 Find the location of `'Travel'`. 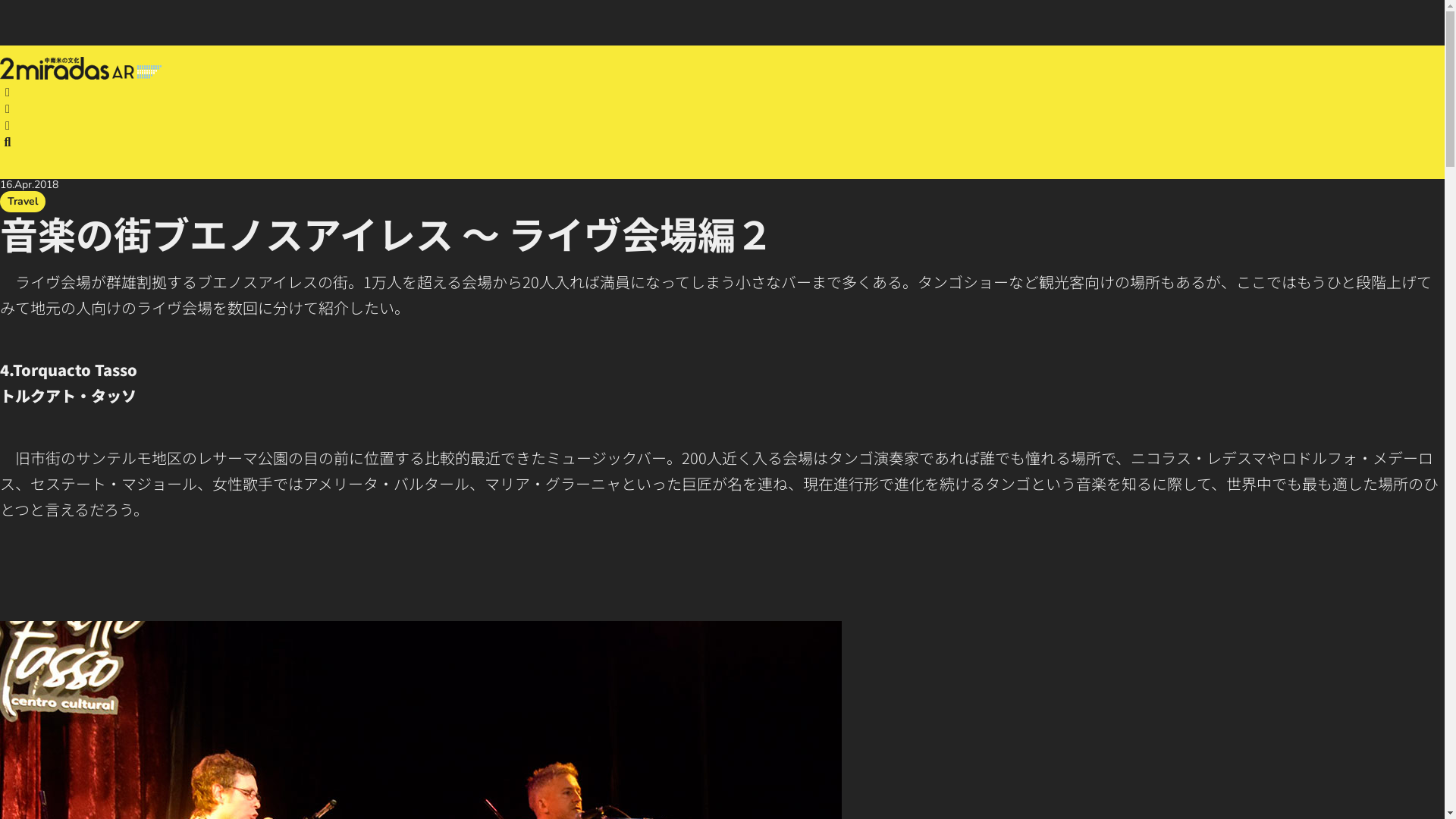

'Travel' is located at coordinates (22, 201).